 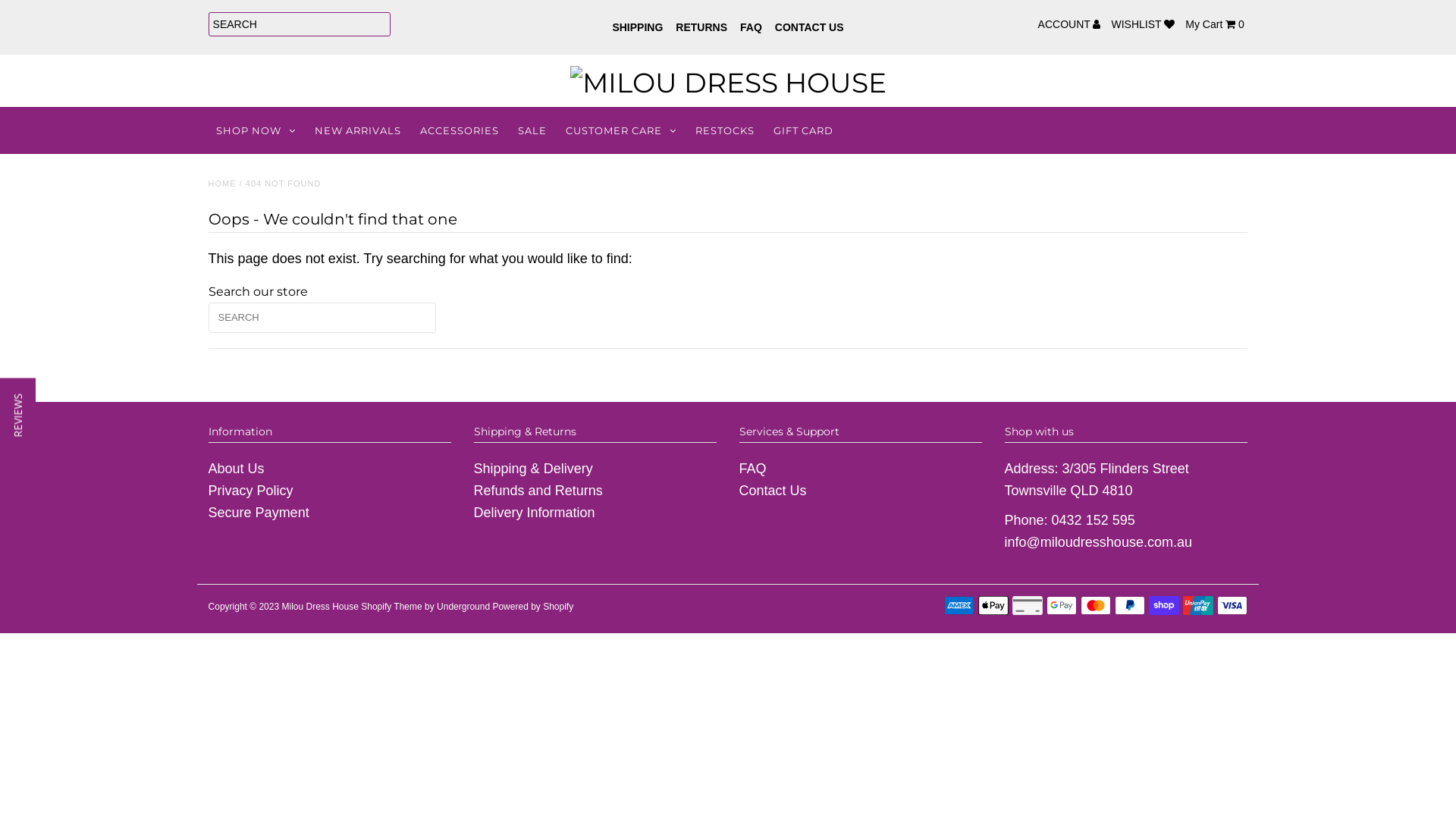 What do you see at coordinates (621, 130) in the screenshot?
I see `'CUSTOMER CARE'` at bounding box center [621, 130].